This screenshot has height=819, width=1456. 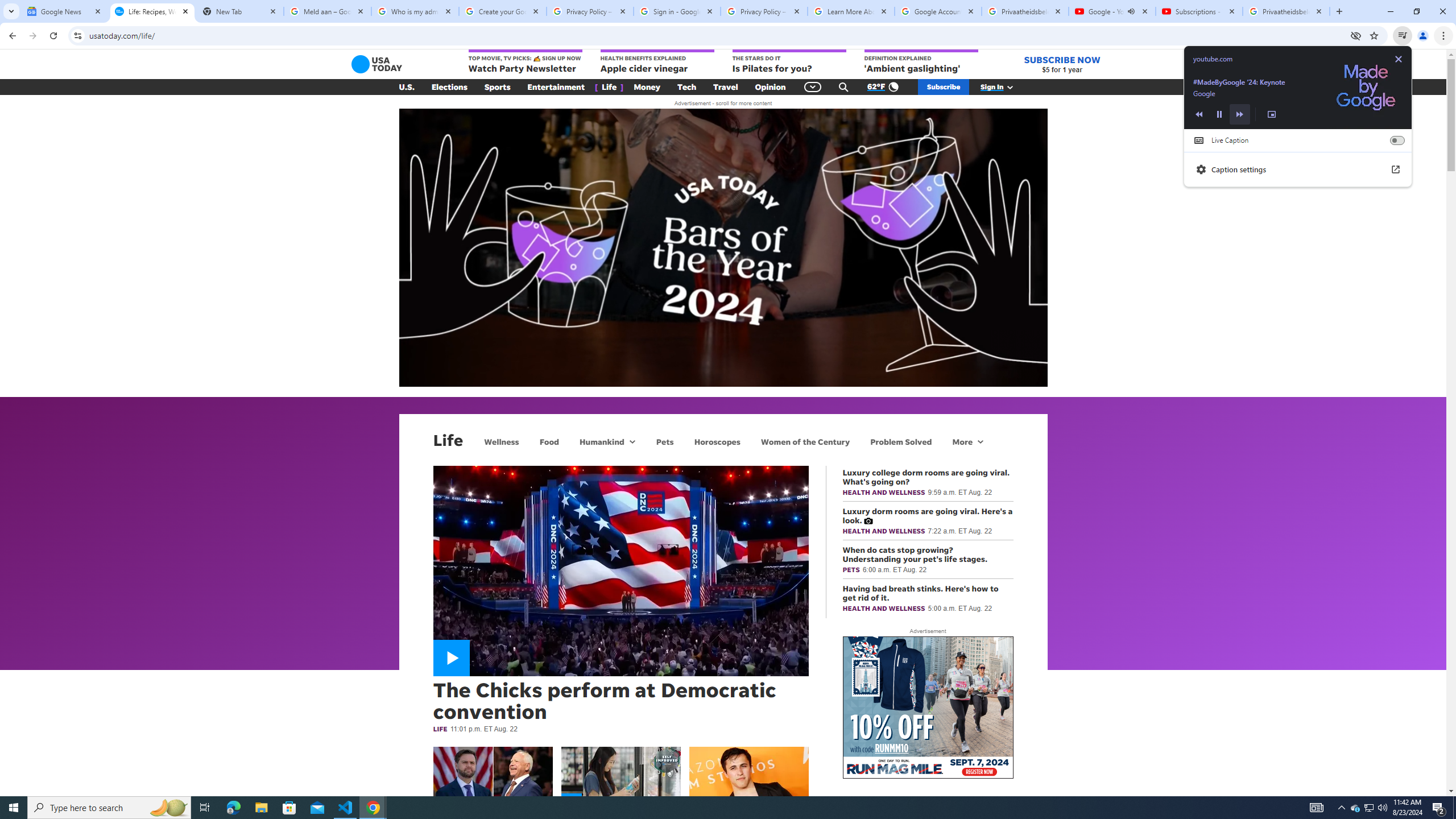 I want to click on 'HEALTH BENEFITS EXPLAINED Apple cider vinegar', so click(x=656, y=61).